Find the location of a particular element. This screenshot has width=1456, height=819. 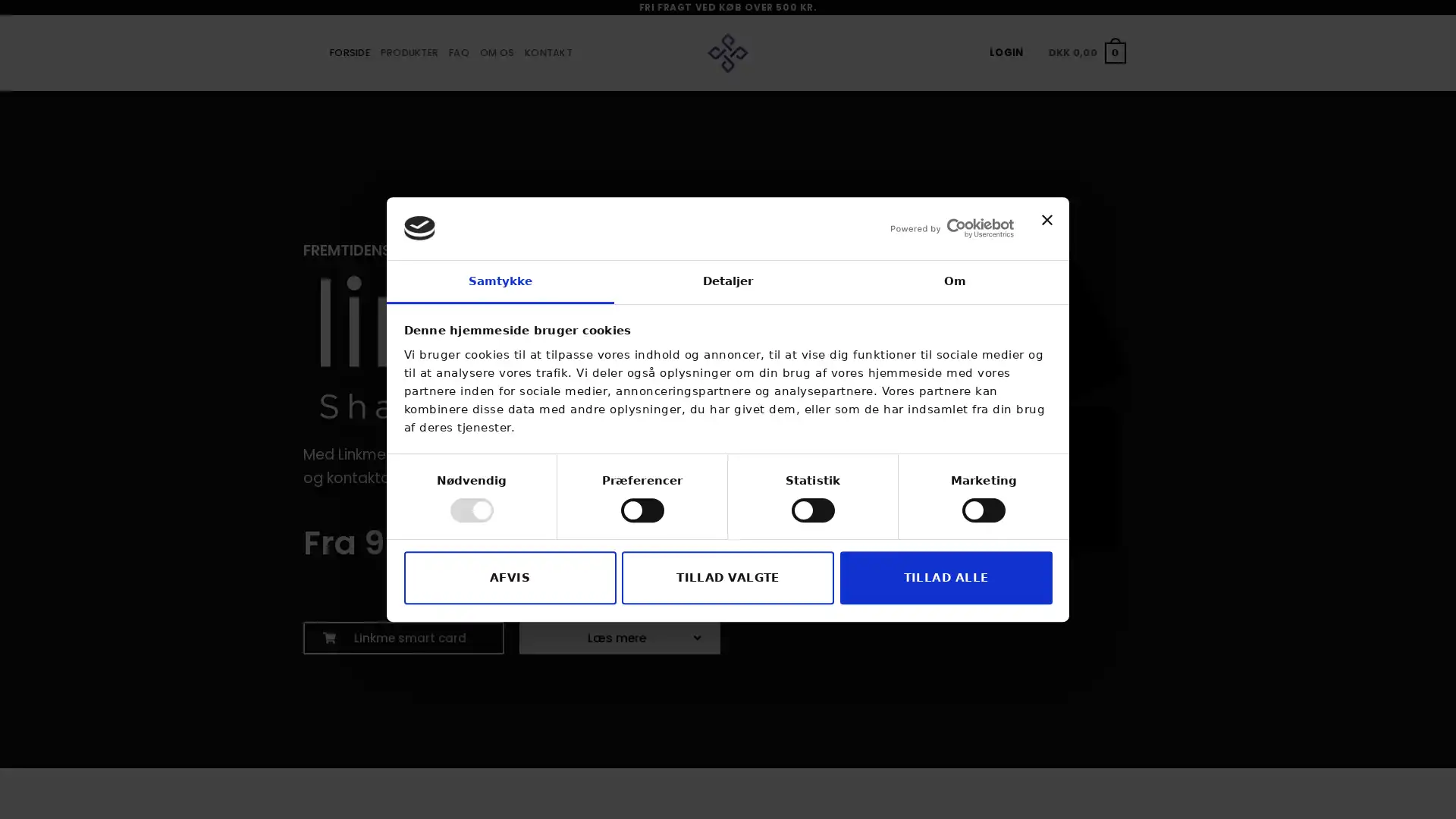

AFVIS is located at coordinates (510, 578).